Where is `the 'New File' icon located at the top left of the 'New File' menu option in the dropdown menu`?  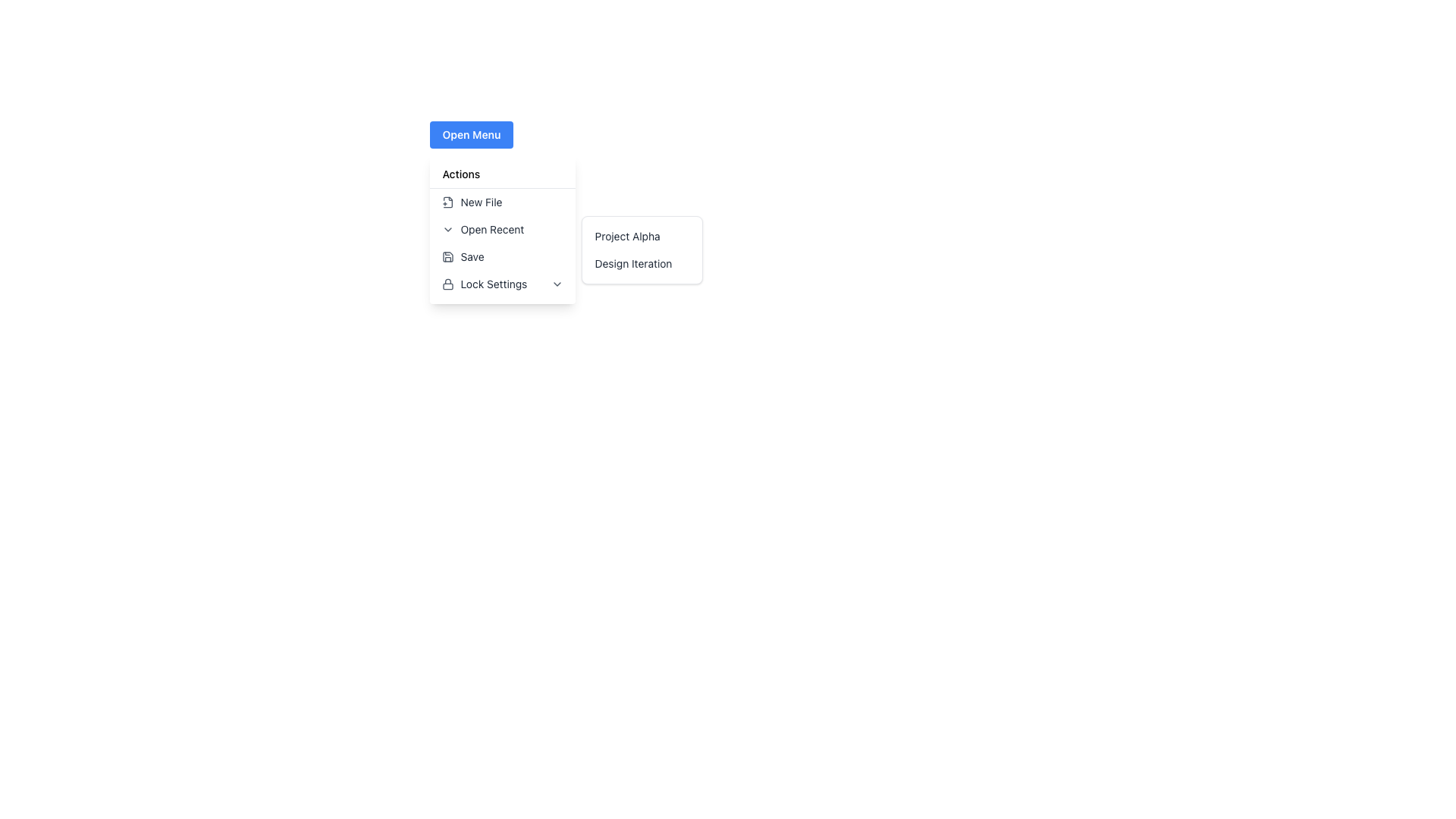 the 'New File' icon located at the top left of the 'New File' menu option in the dropdown menu is located at coordinates (447, 201).